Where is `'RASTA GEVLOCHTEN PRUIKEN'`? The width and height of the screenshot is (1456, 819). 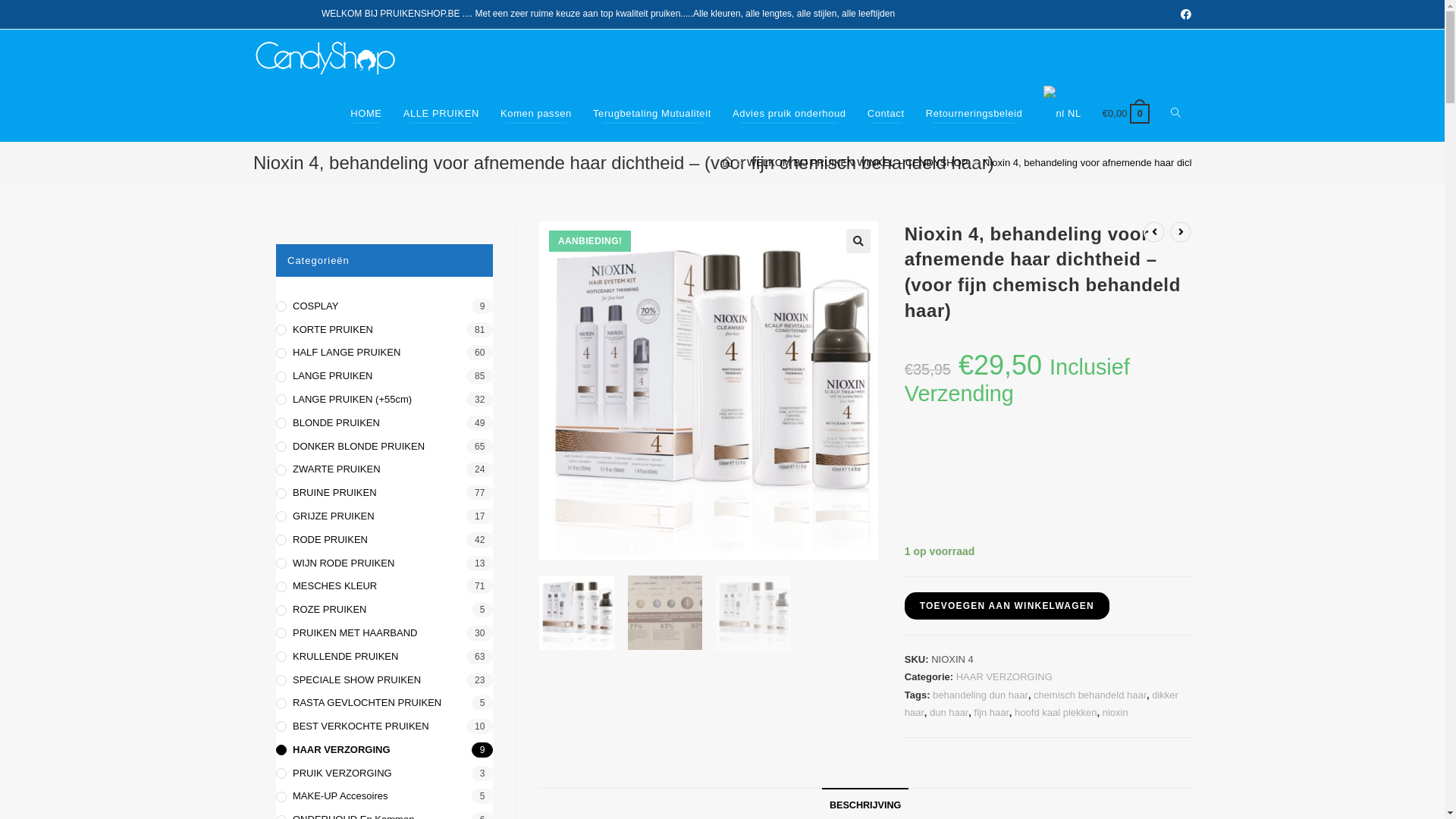
'RASTA GEVLOCHTEN PRUIKEN' is located at coordinates (384, 703).